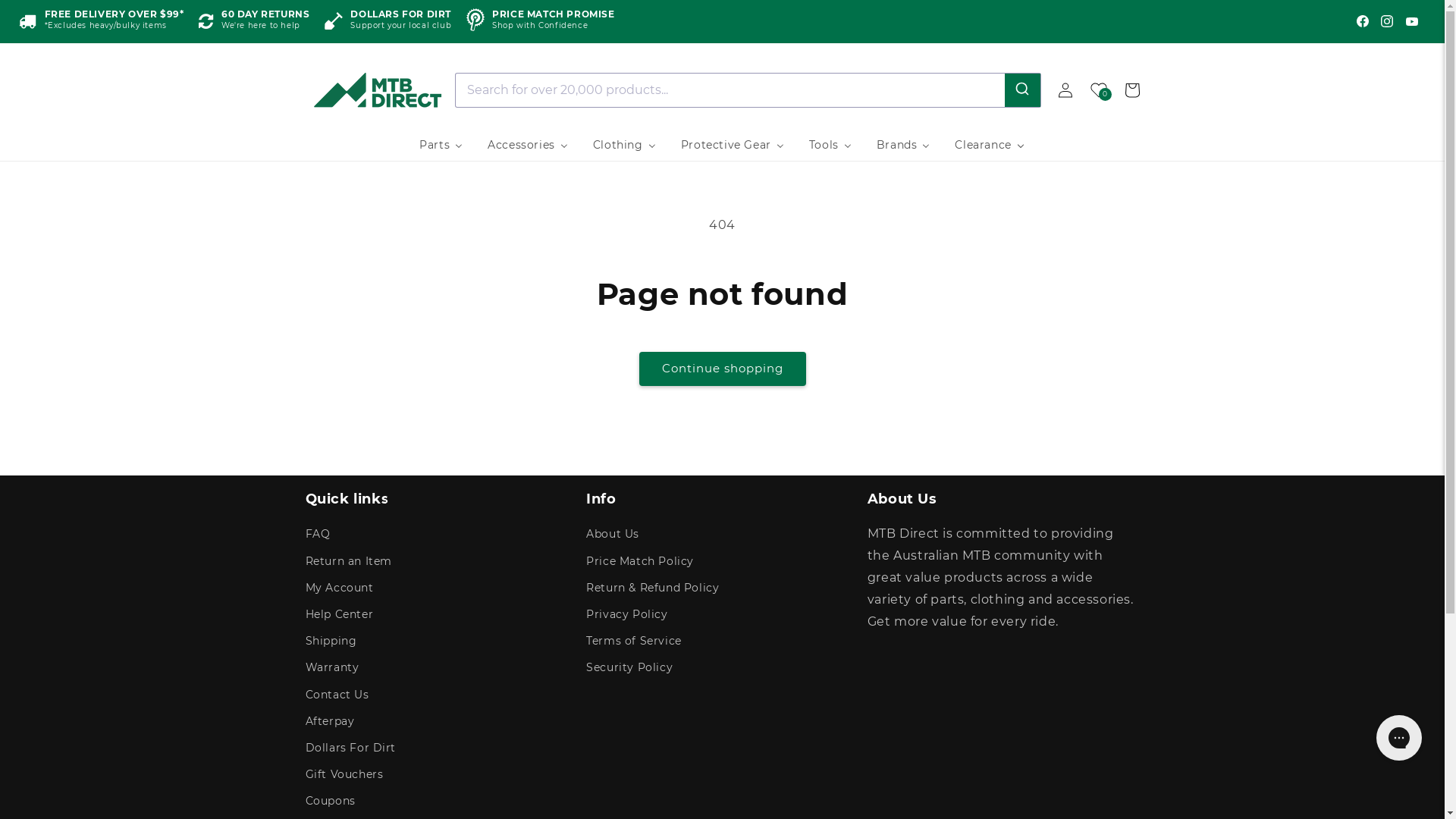  Describe the element at coordinates (331, 667) in the screenshot. I see `'Warranty'` at that location.